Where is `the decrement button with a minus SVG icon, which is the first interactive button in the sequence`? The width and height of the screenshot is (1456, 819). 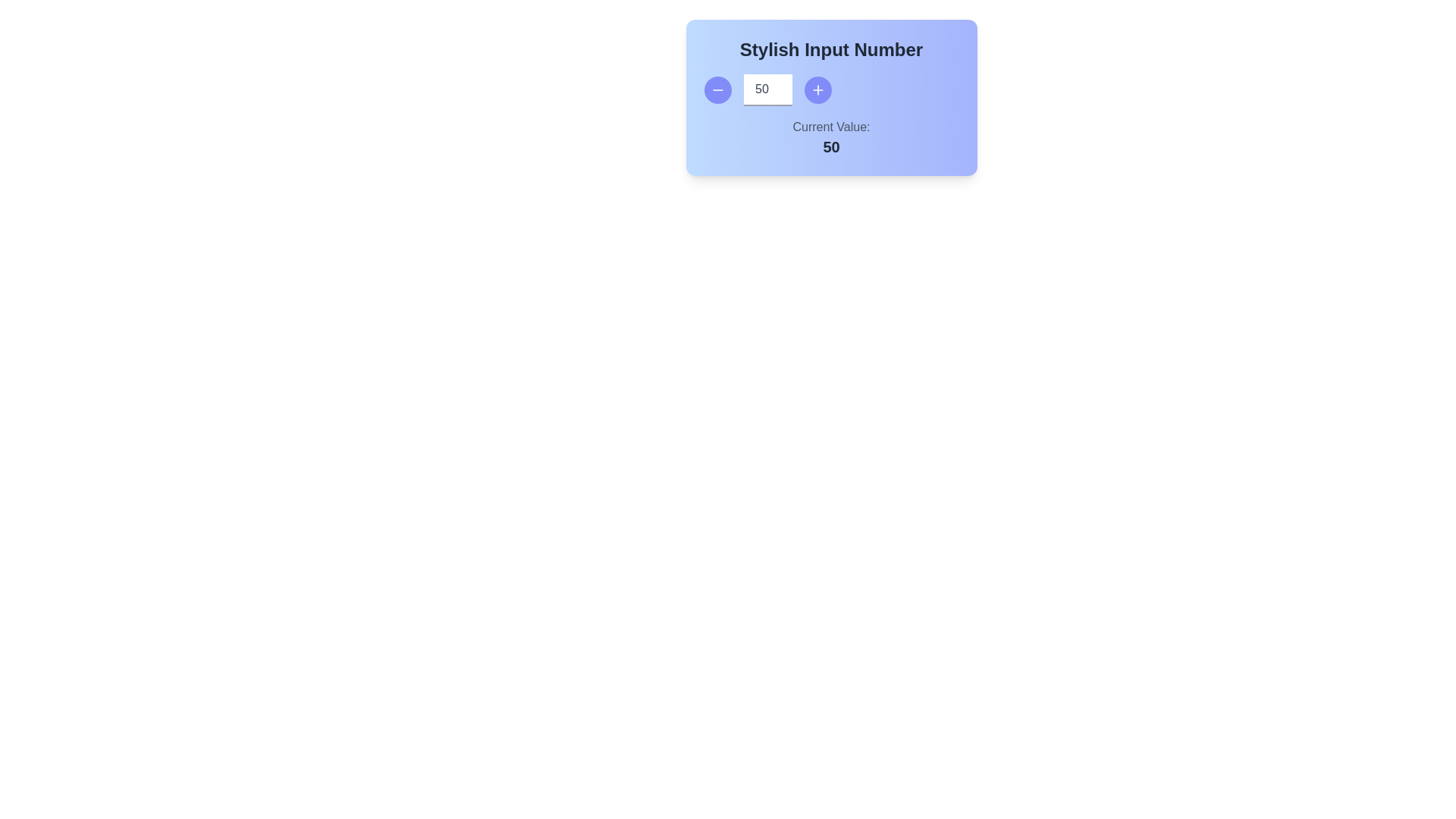
the decrement button with a minus SVG icon, which is the first interactive button in the sequence is located at coordinates (717, 90).